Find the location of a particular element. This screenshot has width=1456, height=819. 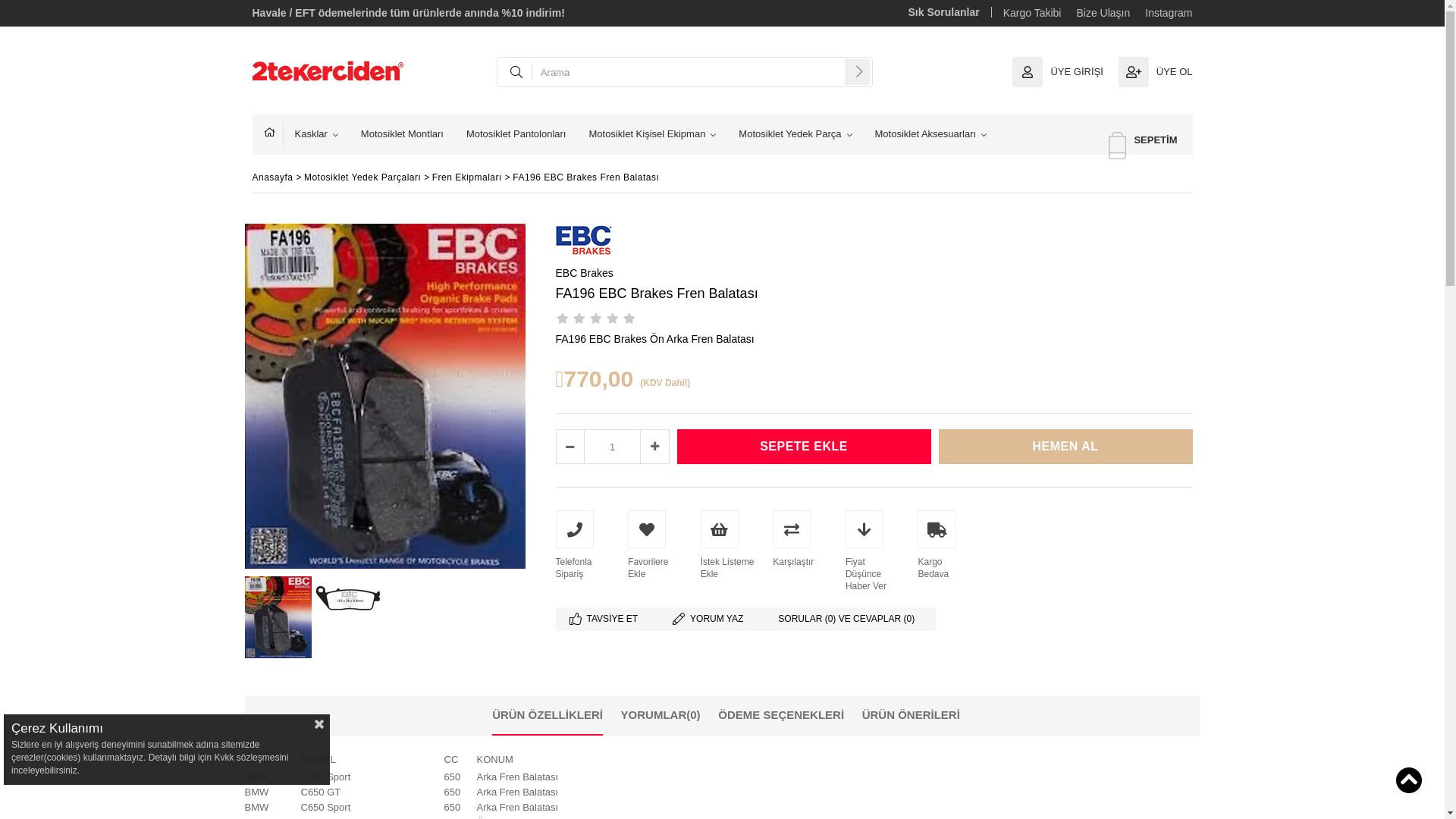

'Kasklar' is located at coordinates (315, 133).